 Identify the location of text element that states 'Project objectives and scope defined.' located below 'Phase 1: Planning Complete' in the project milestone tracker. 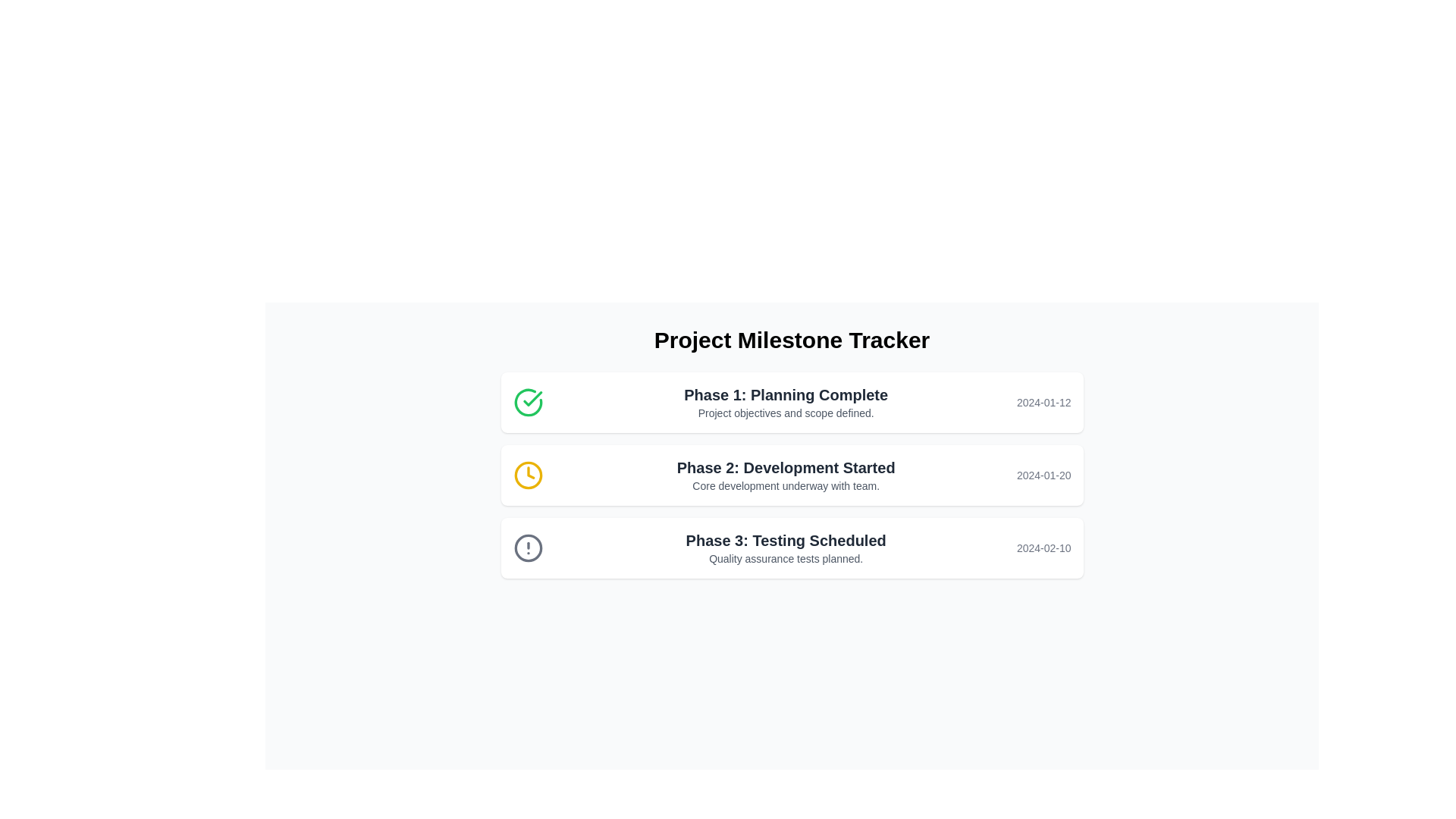
(786, 413).